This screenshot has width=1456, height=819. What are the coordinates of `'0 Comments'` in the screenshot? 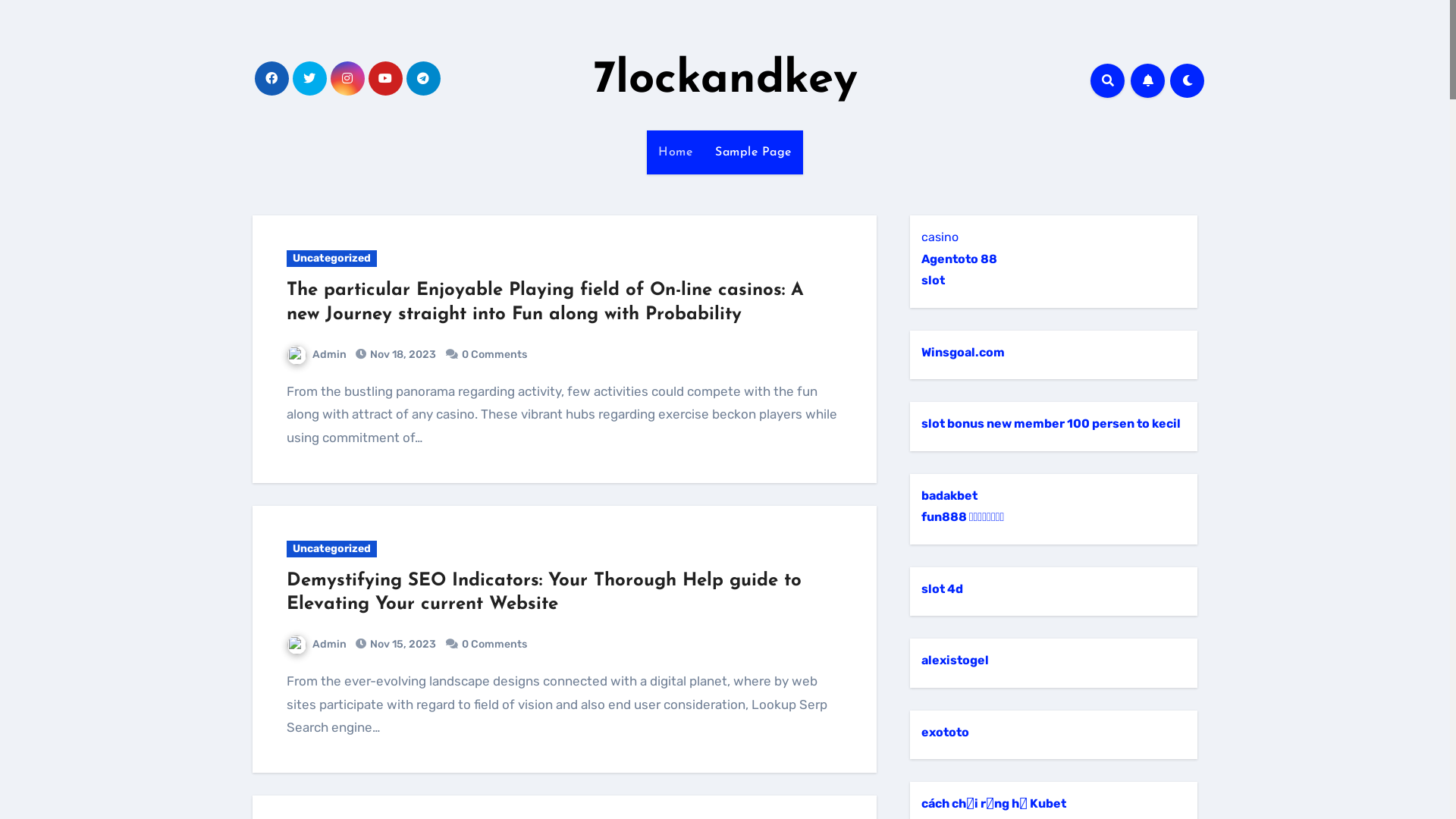 It's located at (494, 354).